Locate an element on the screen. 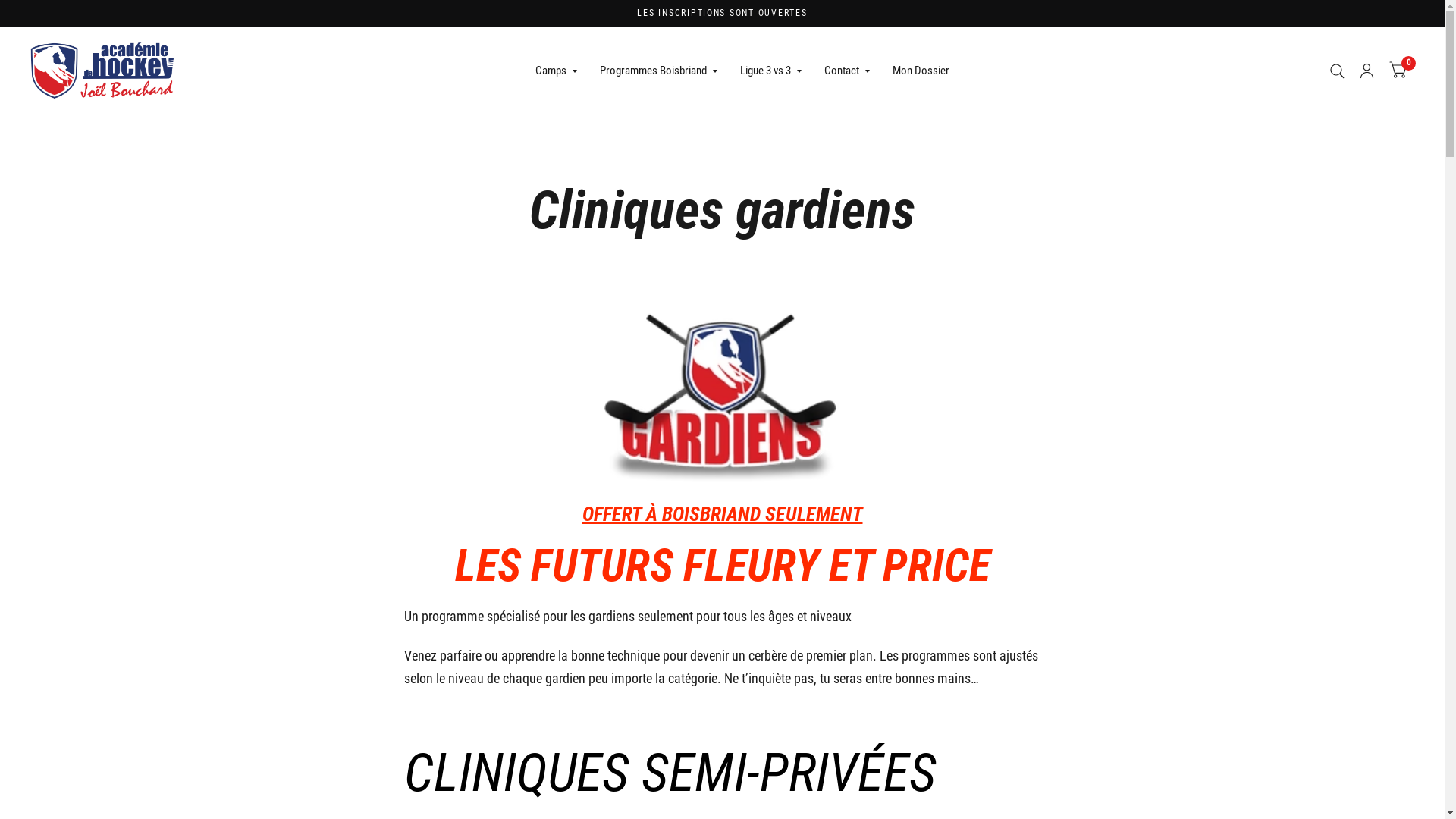 This screenshot has width=1456, height=819. 'Ligue 3 vs 3' is located at coordinates (770, 71).